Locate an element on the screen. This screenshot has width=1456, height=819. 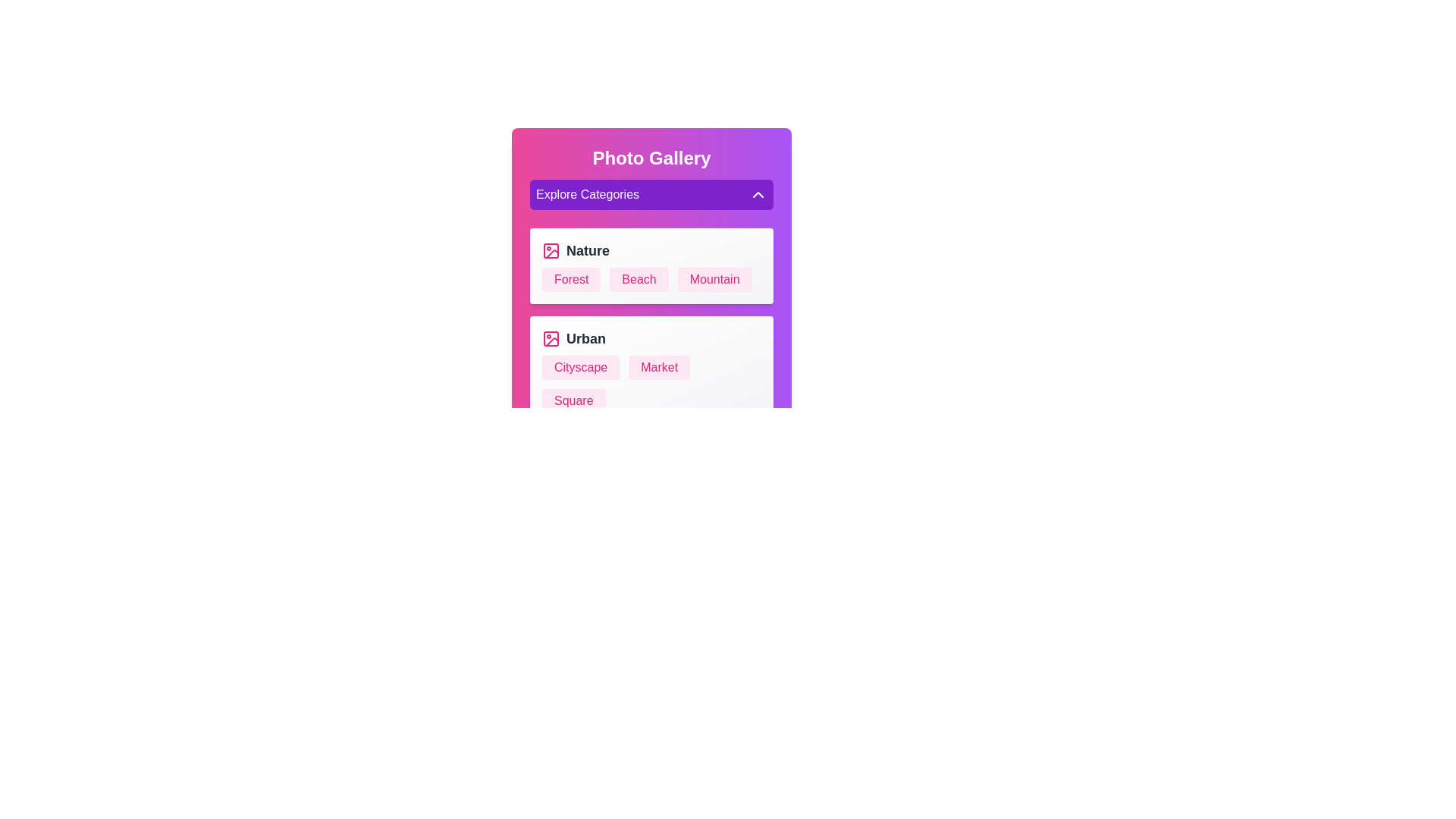
the category Nature to explore it is located at coordinates (651, 250).